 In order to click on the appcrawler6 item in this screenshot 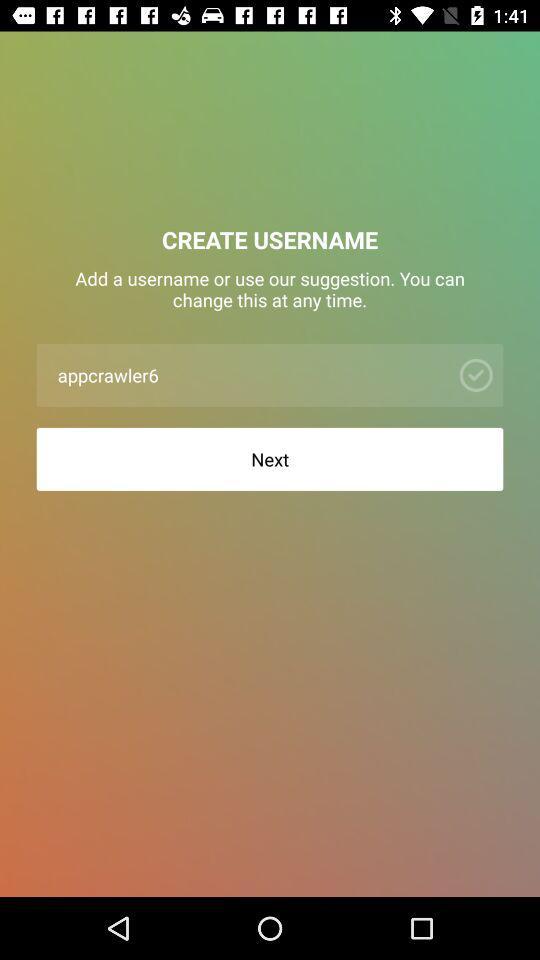, I will do `click(248, 374)`.